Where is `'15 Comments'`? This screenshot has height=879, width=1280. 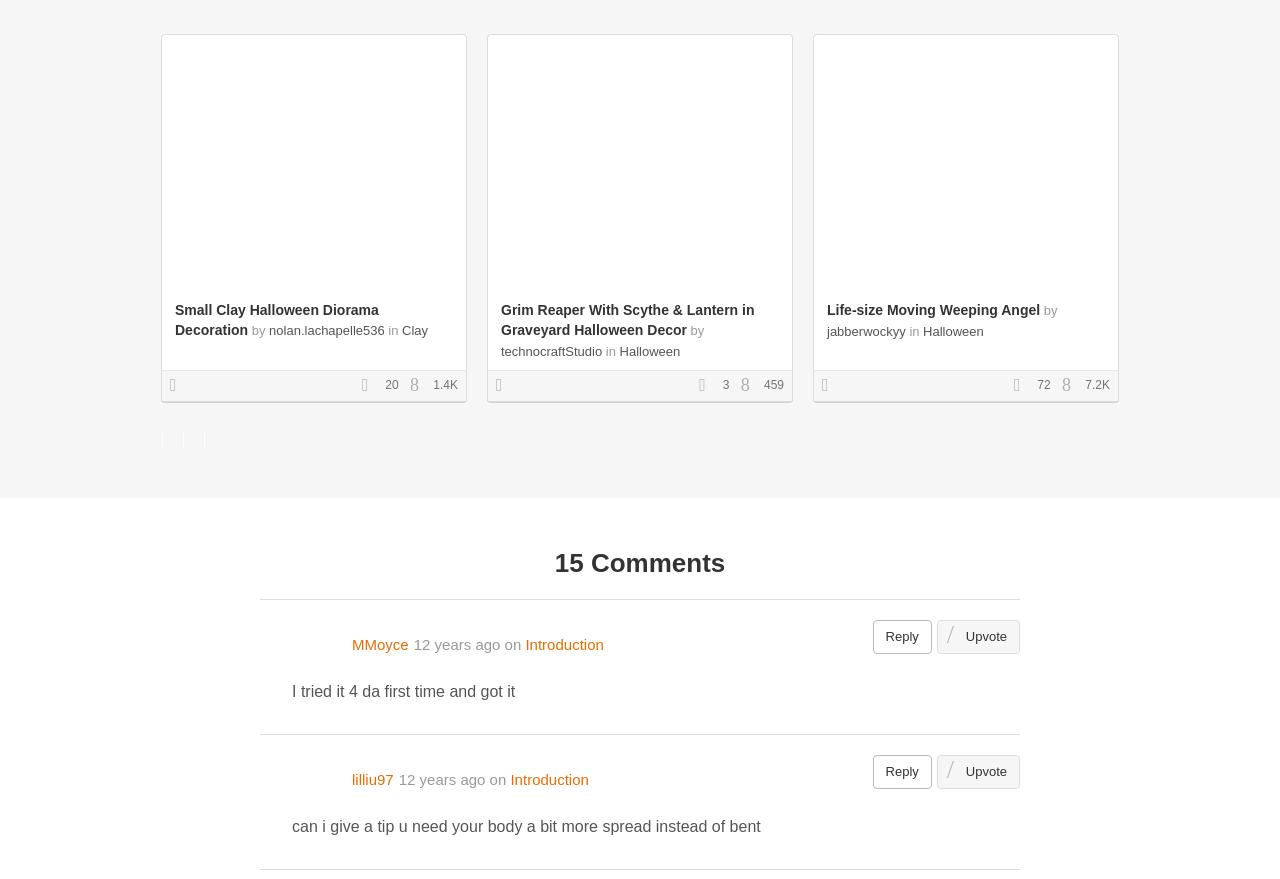
'15 Comments' is located at coordinates (638, 561).